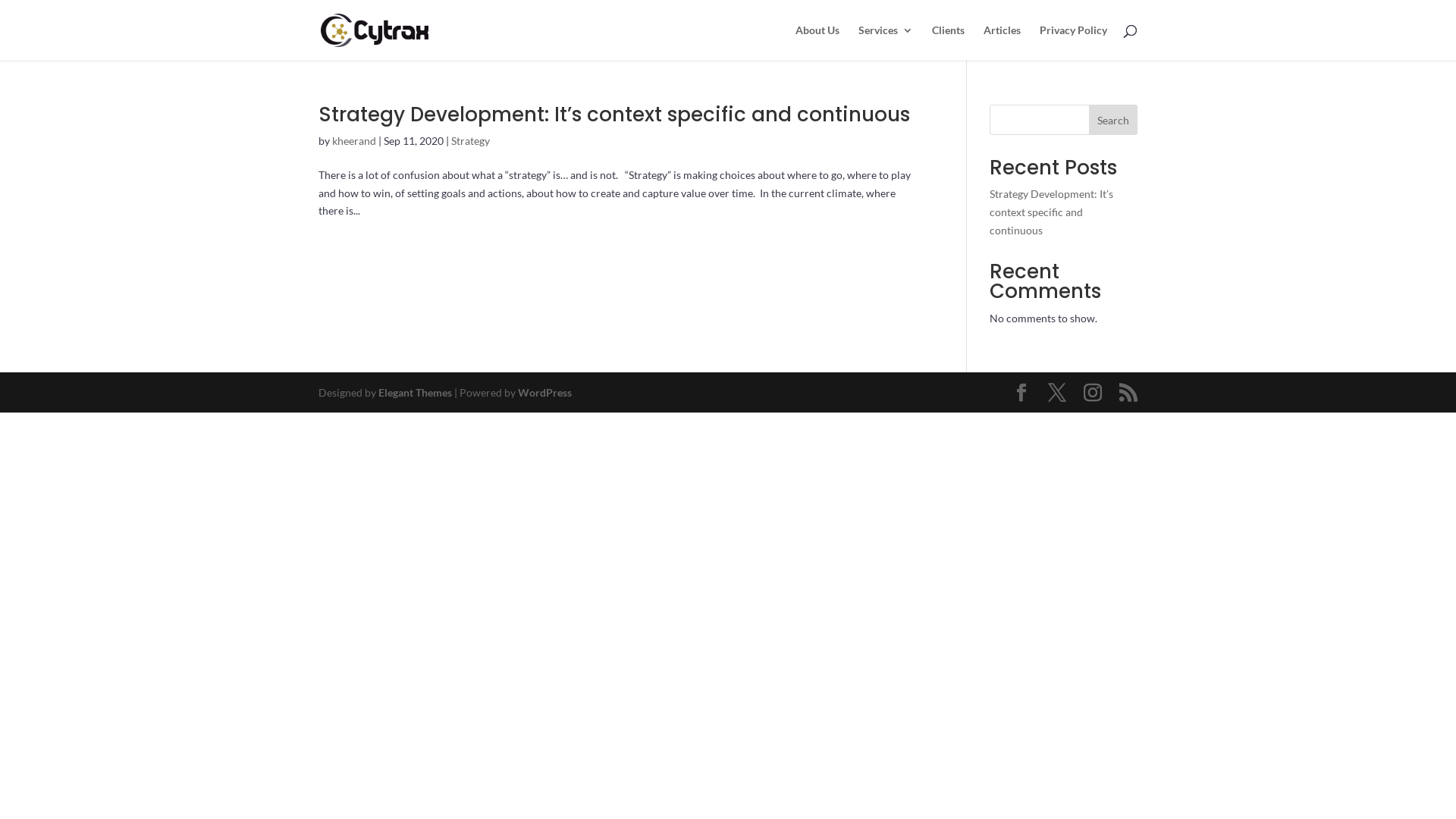  What do you see at coordinates (817, 42) in the screenshot?
I see `'About Us'` at bounding box center [817, 42].